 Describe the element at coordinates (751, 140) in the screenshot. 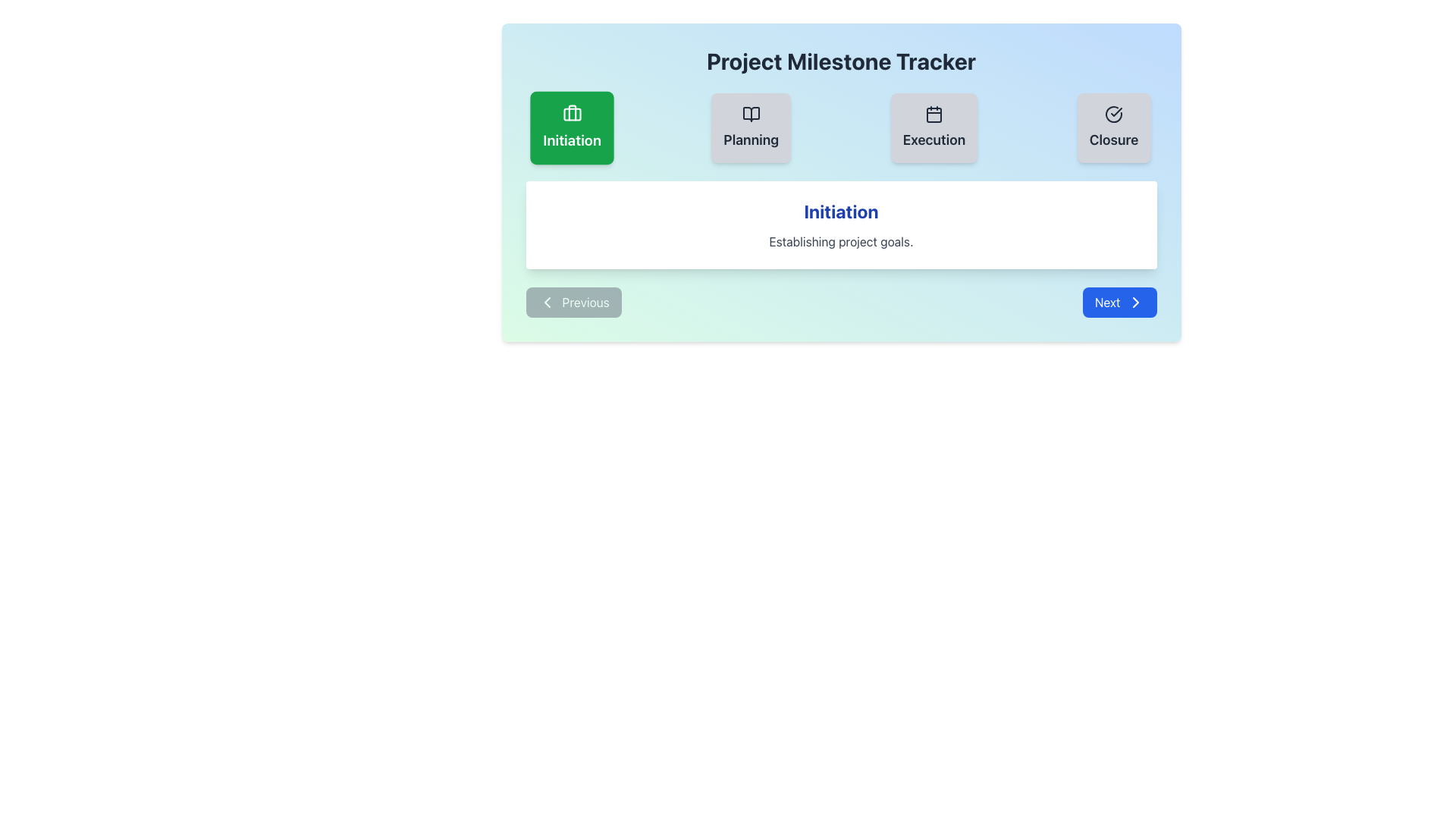

I see `text label displaying the title 'Planning' which indicates the current stage in the milestone tracker` at that location.